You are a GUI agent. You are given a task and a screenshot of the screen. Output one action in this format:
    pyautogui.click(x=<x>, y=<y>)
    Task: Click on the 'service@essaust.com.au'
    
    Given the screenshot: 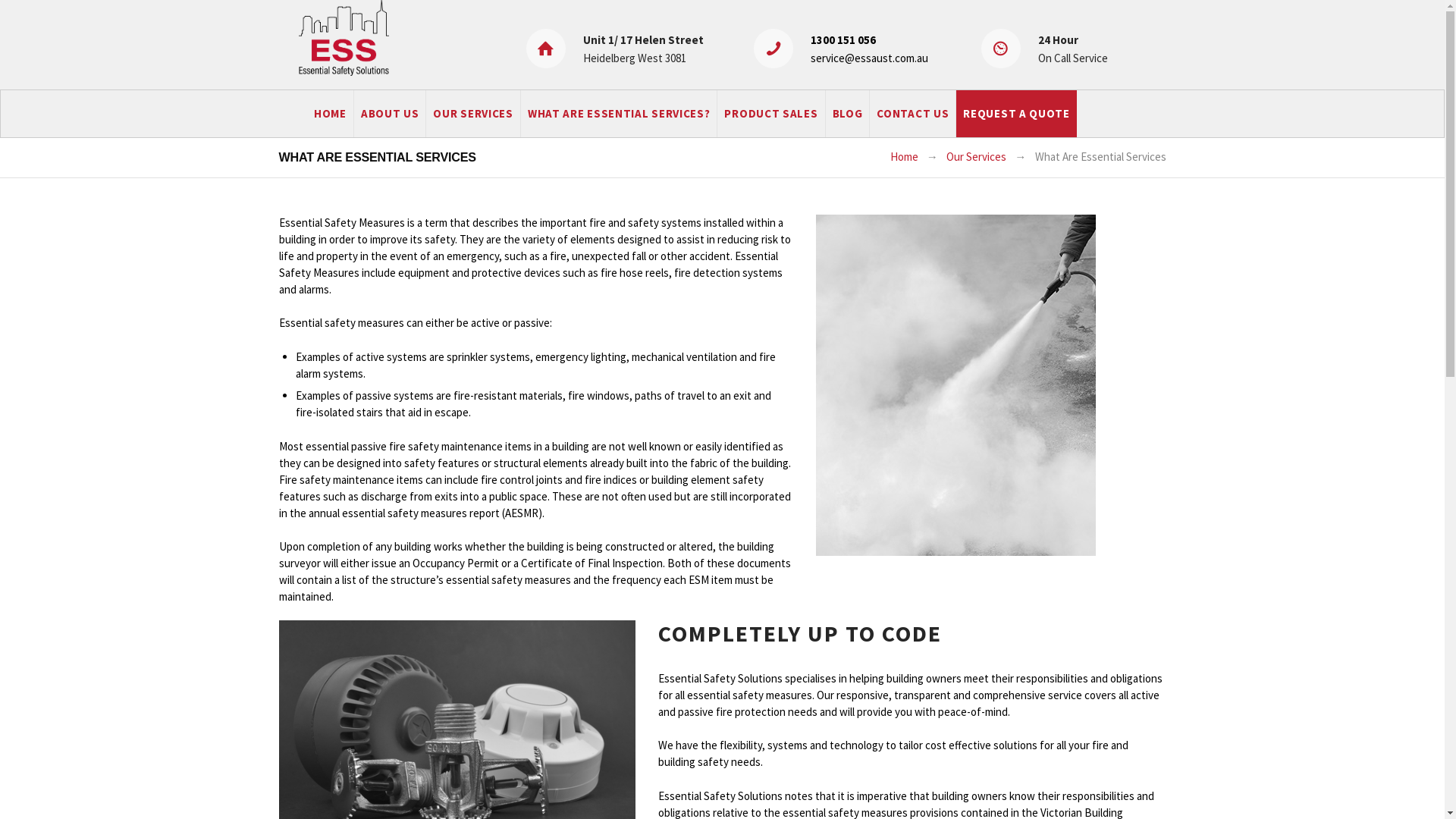 What is the action you would take?
    pyautogui.click(x=809, y=57)
    